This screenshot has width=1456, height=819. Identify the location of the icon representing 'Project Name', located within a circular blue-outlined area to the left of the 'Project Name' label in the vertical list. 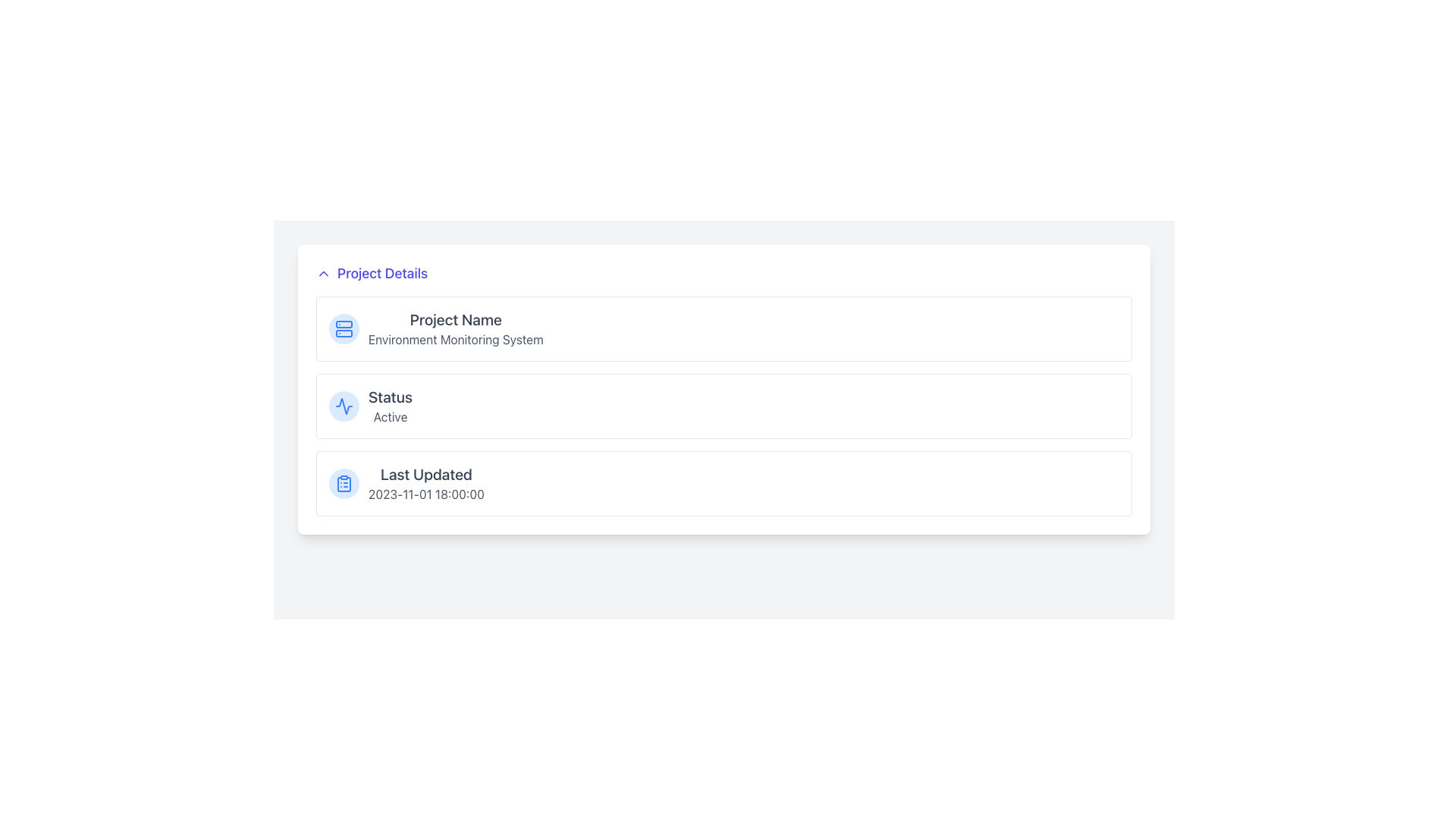
(344, 328).